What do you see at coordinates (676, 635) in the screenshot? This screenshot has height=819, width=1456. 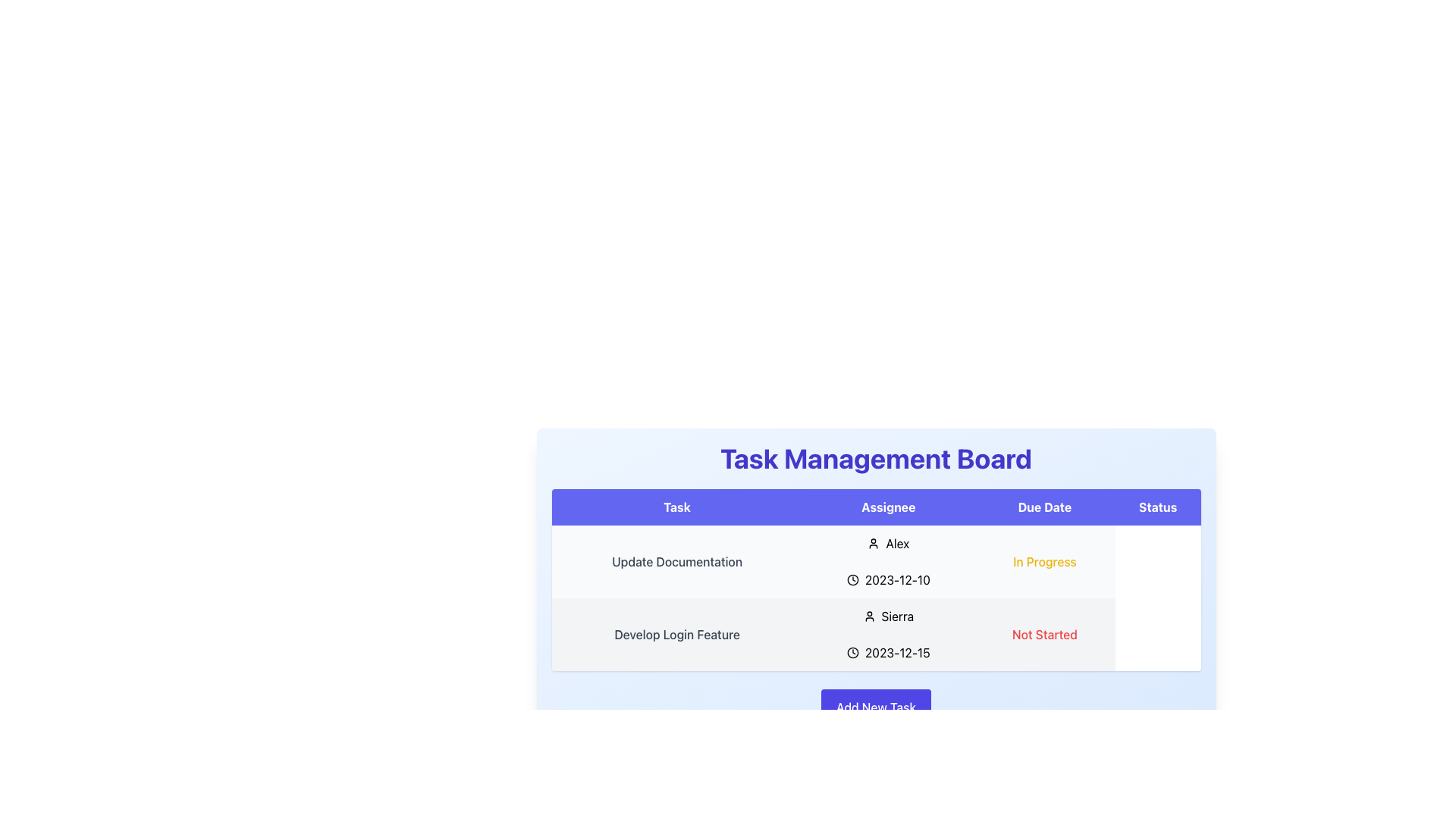 I see `the Static Text Label that serves as the title or description of a task entry in the Task Management Board, located in the first column under 'Task'` at bounding box center [676, 635].